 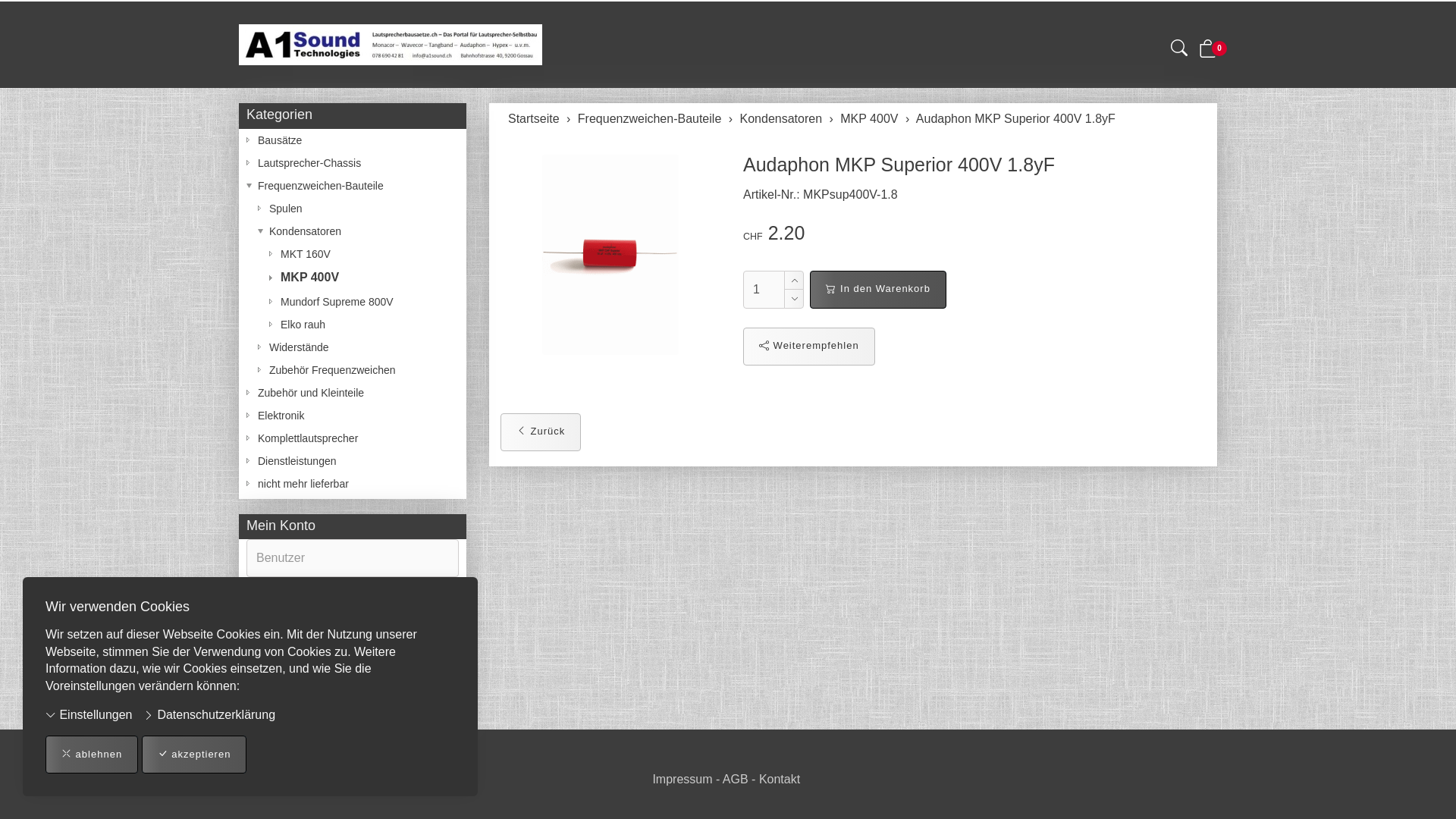 What do you see at coordinates (735, 779) in the screenshot?
I see `'AGB'` at bounding box center [735, 779].